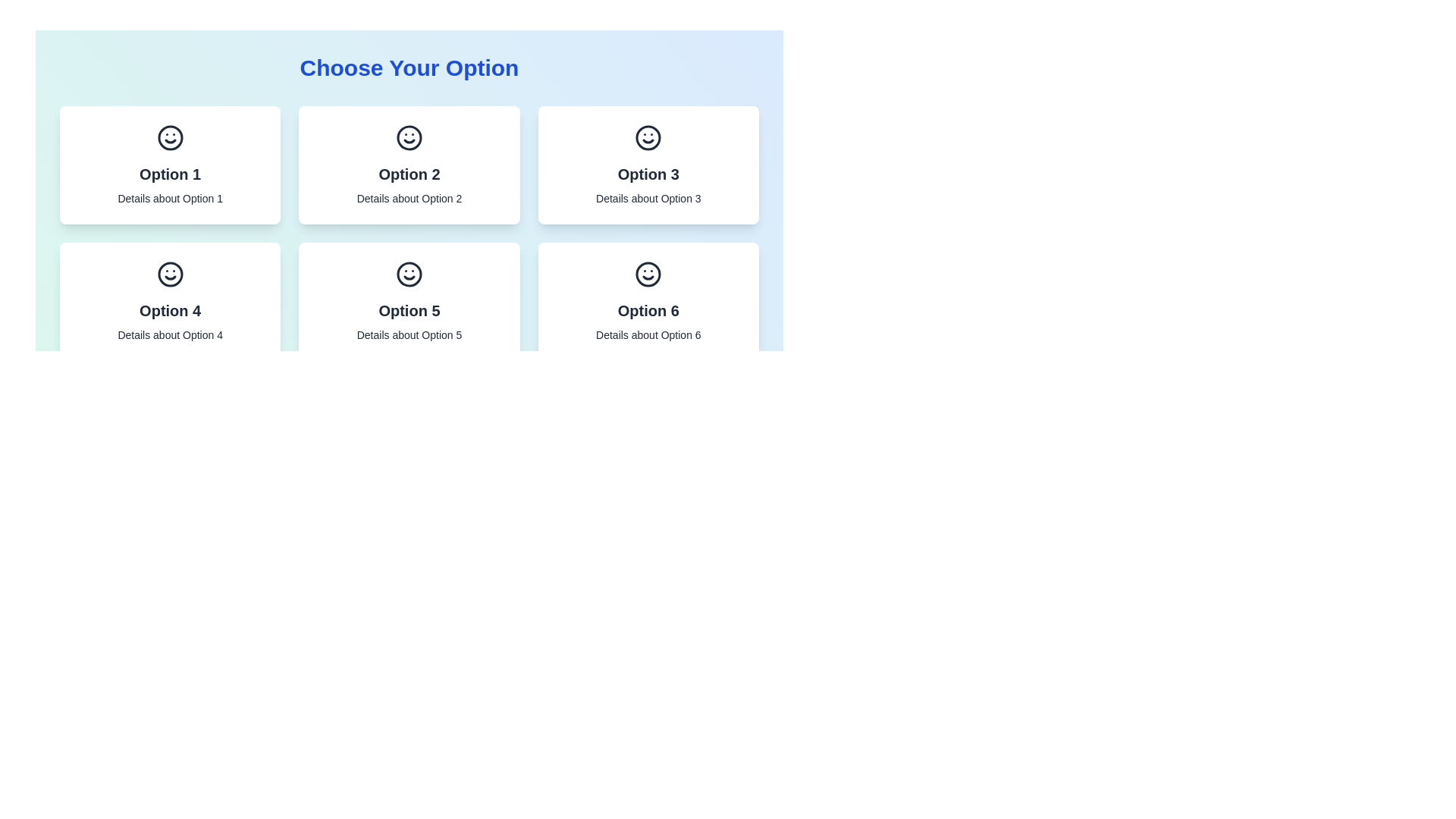  What do you see at coordinates (170, 174) in the screenshot?
I see `the text label 'Option 1' located at the top-center of the first card in a 2x3 grid layout` at bounding box center [170, 174].